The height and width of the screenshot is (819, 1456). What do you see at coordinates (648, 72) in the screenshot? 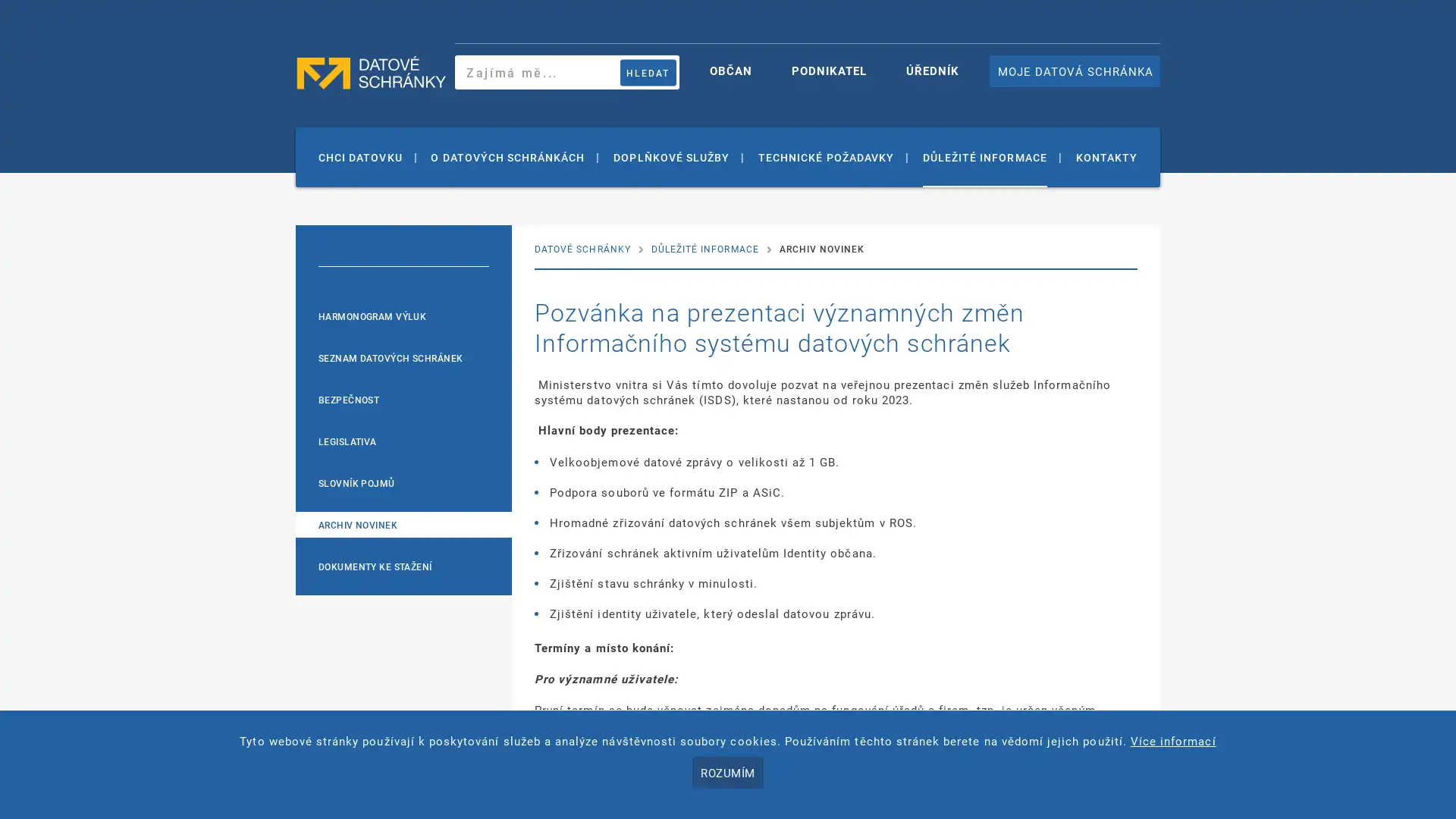
I see `Hledat` at bounding box center [648, 72].